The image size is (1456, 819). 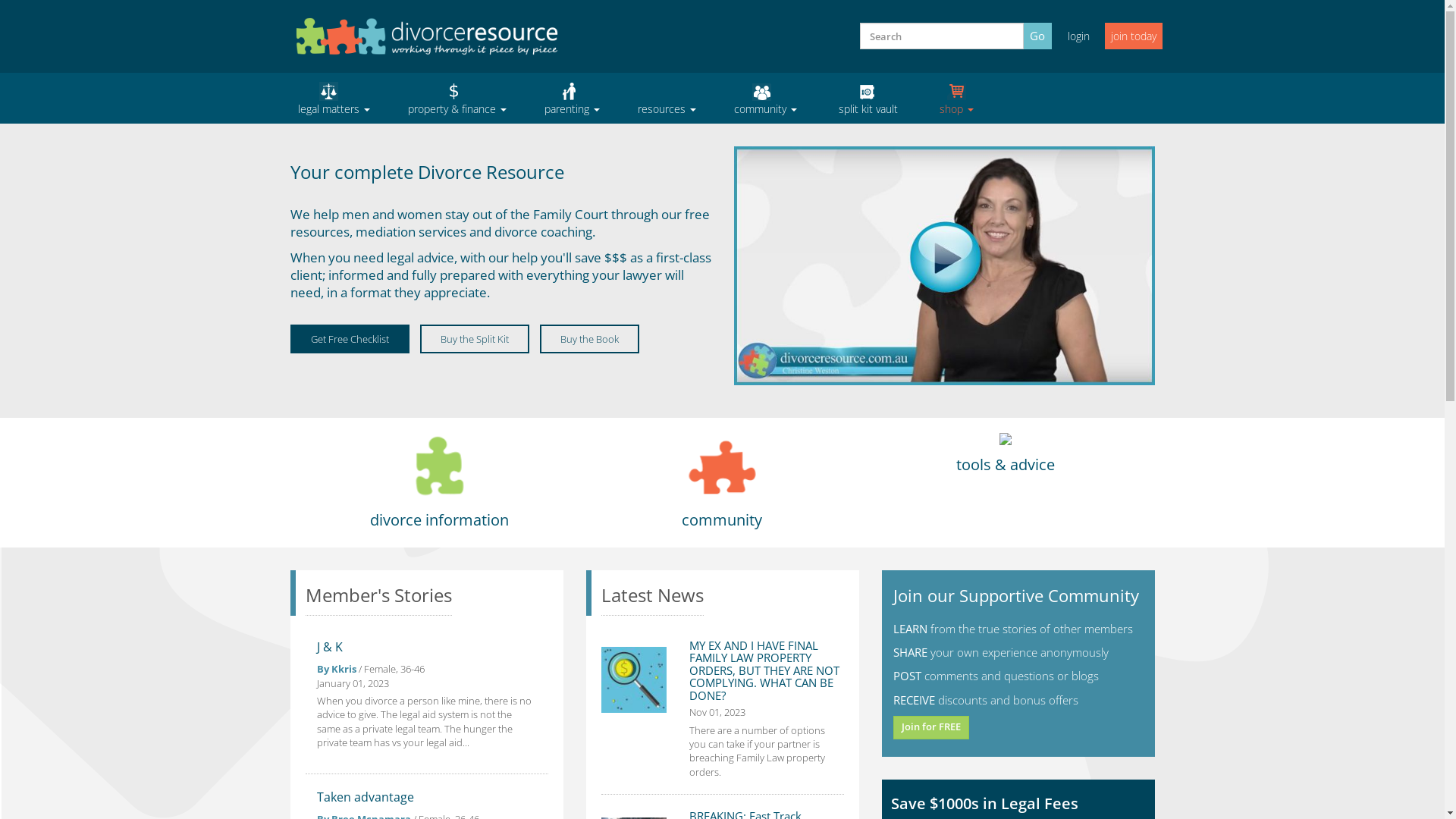 What do you see at coordinates (570, 98) in the screenshot?
I see `'parenting'` at bounding box center [570, 98].